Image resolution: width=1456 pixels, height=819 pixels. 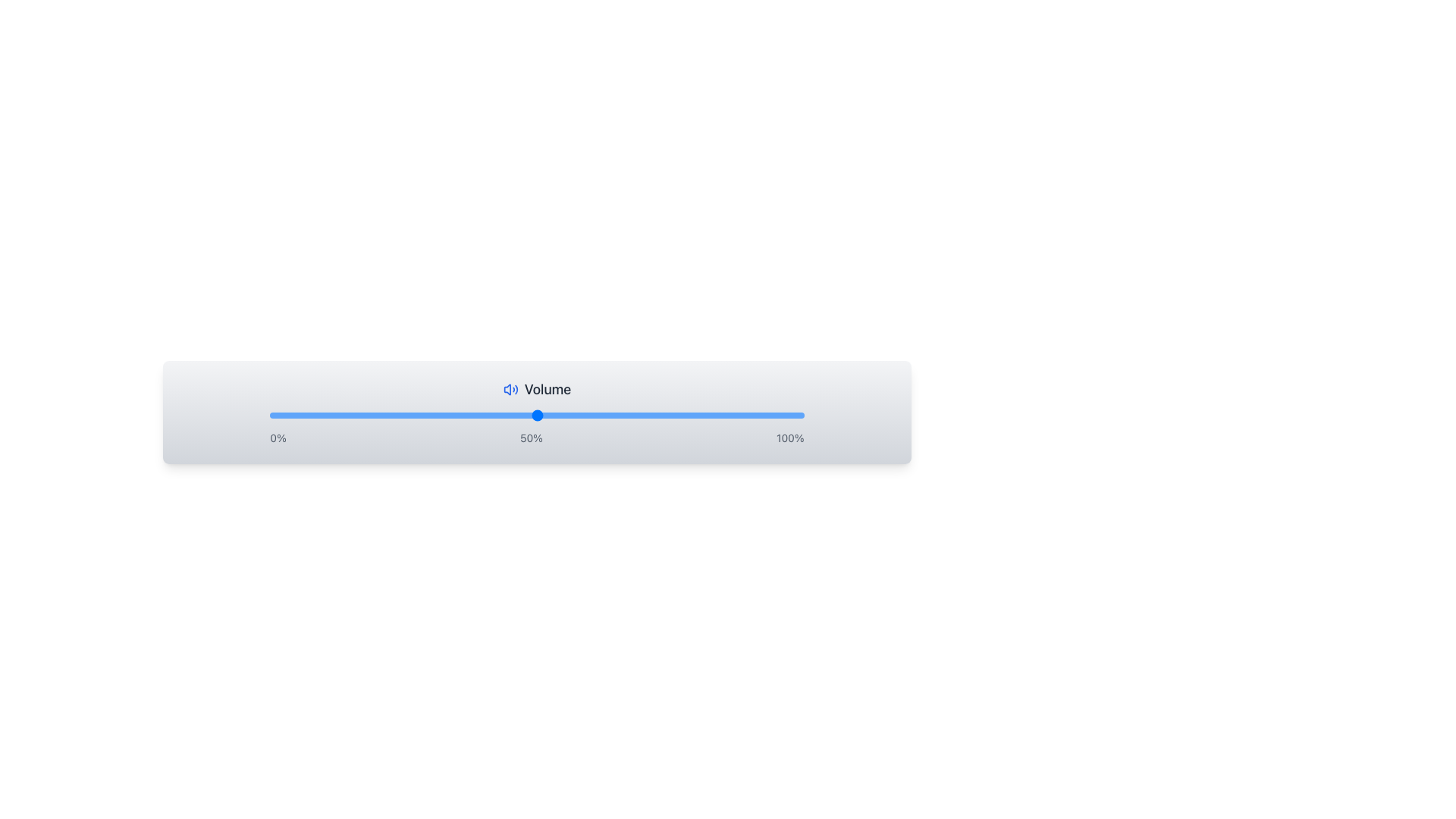 What do you see at coordinates (278, 438) in the screenshot?
I see `the static text label indicating the minimum value (0%) of the associated scale, which is positioned to the left of the markers labeled '50%' and '100%'` at bounding box center [278, 438].